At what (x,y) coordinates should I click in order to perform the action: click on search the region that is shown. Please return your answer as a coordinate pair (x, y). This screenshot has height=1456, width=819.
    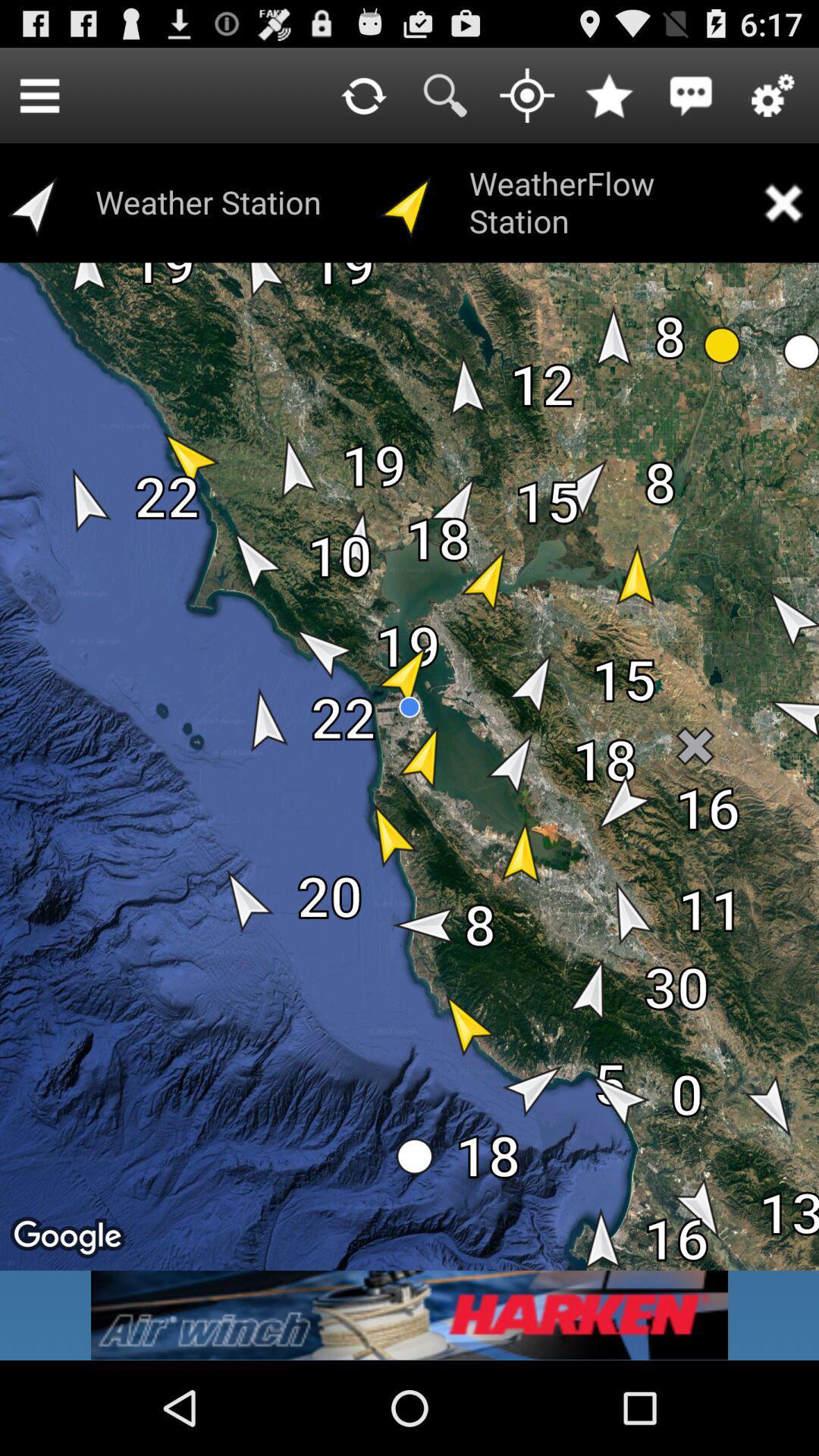
    Looking at the image, I should click on (444, 94).